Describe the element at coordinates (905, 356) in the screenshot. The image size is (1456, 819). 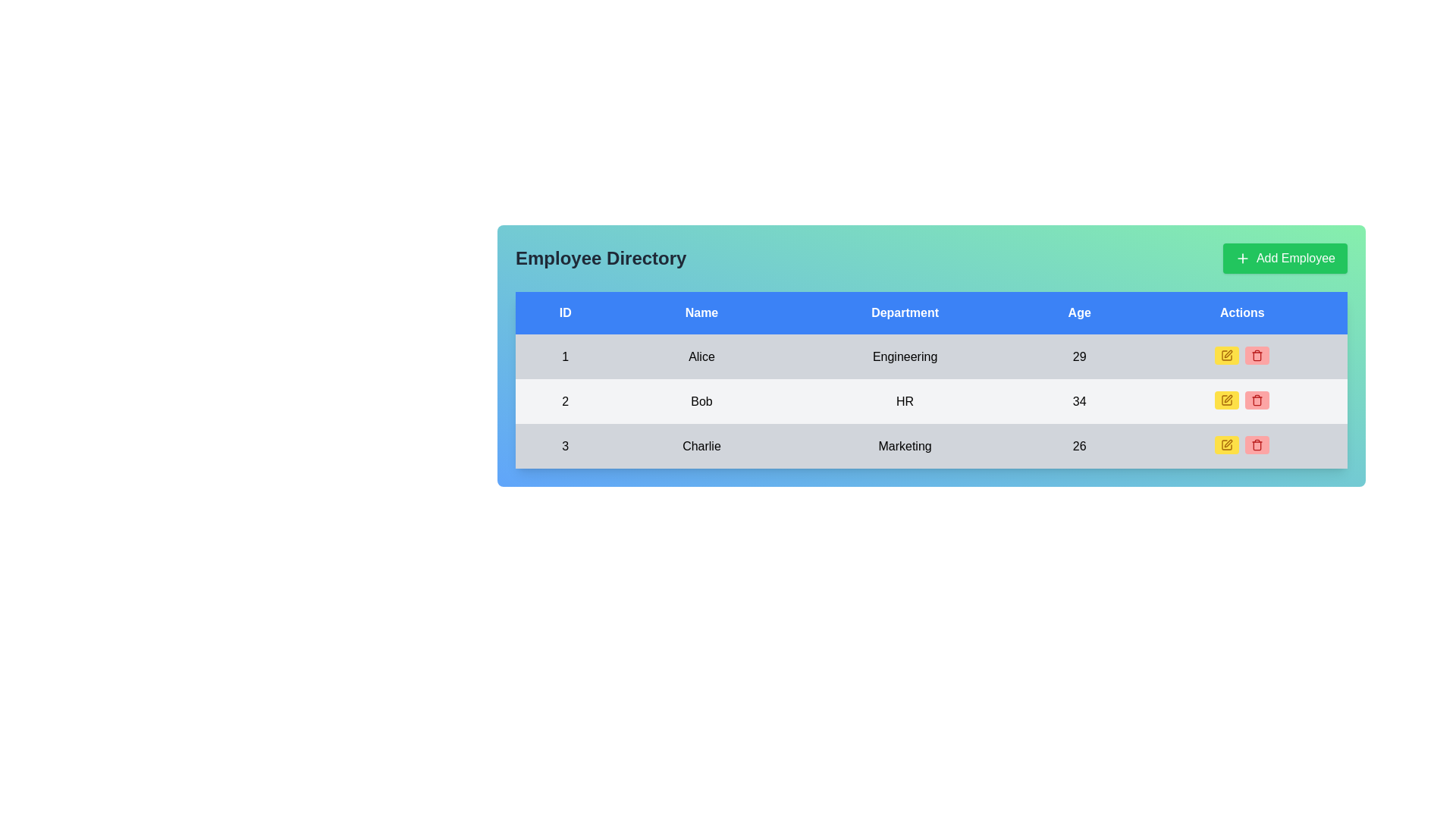
I see `the text 'Engineering' in the table cell under the 'Department' column for the individual 'Alice' in the 'Employee Directory' interface` at that location.